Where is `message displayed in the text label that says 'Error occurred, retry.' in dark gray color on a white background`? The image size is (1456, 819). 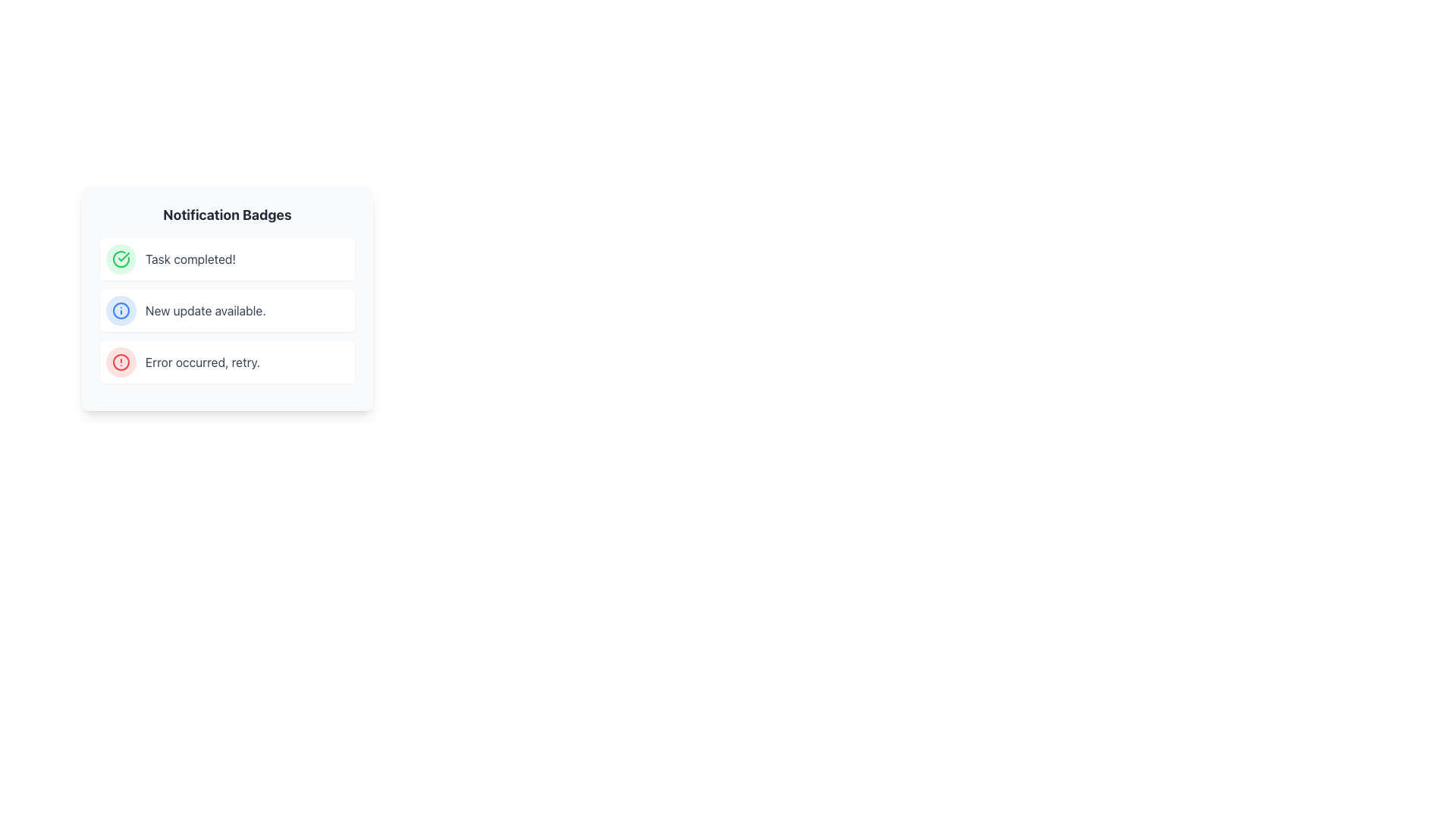
message displayed in the text label that says 'Error occurred, retry.' in dark gray color on a white background is located at coordinates (202, 362).